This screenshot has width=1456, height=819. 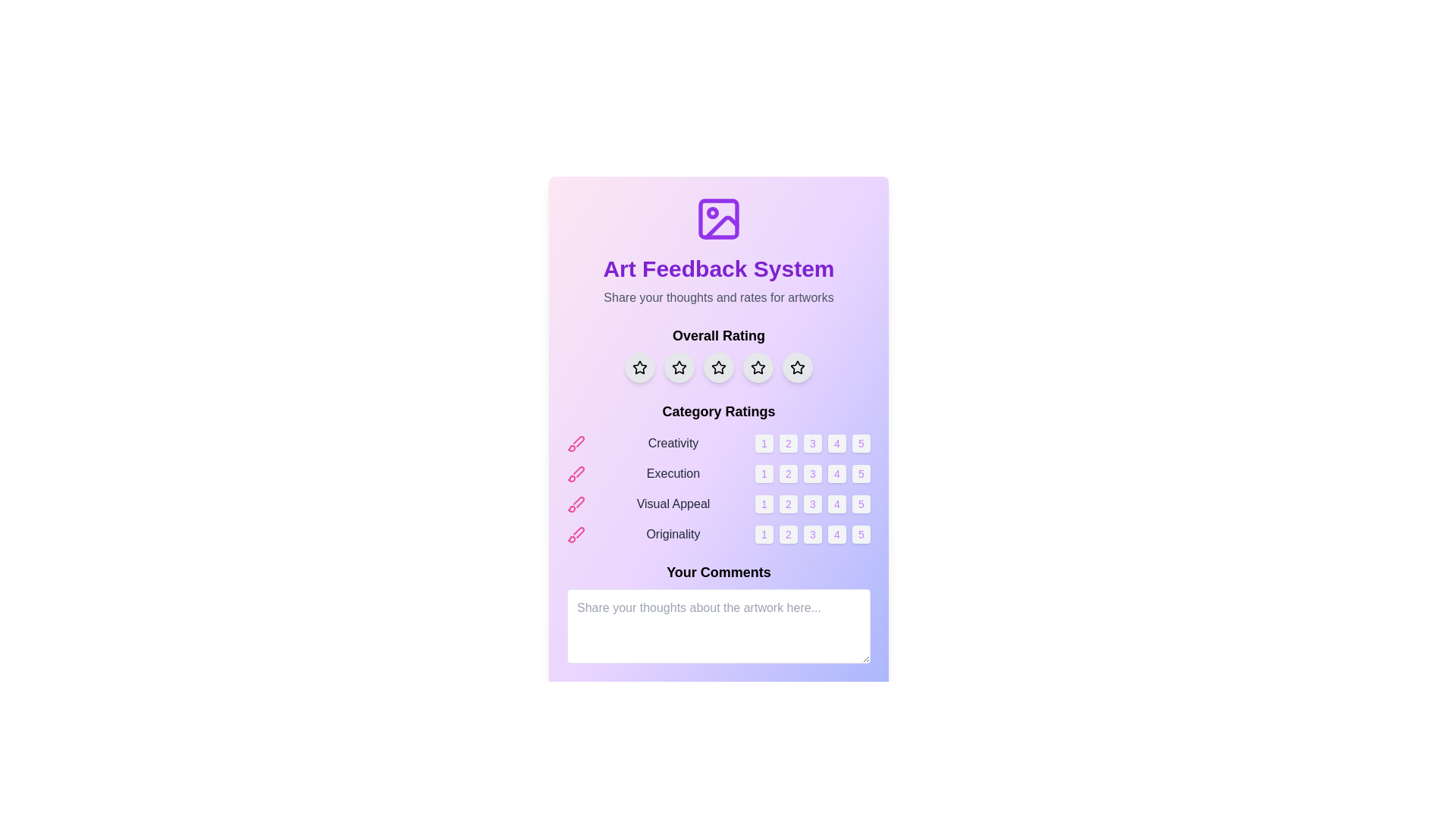 I want to click on one of the star-shaped icons in the 'Overall Rating' section to assign a rating, so click(x=718, y=353).